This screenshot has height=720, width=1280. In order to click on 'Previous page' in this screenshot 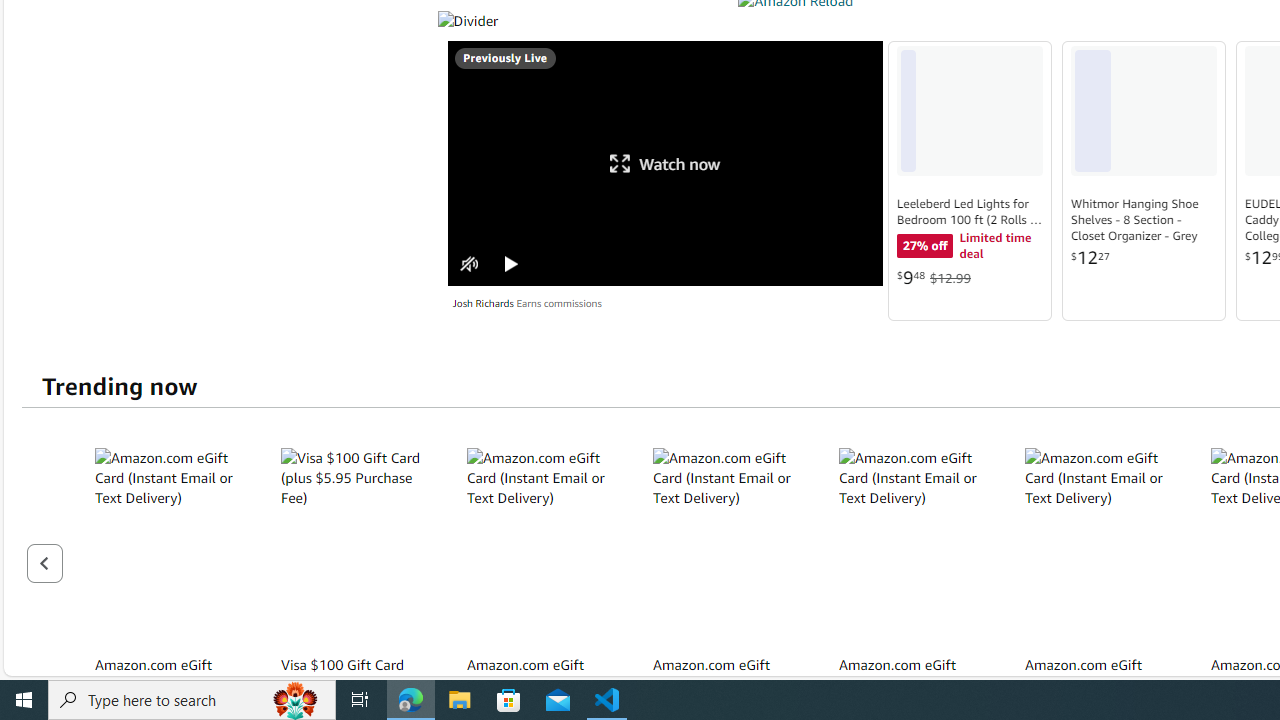, I will do `click(44, 563)`.